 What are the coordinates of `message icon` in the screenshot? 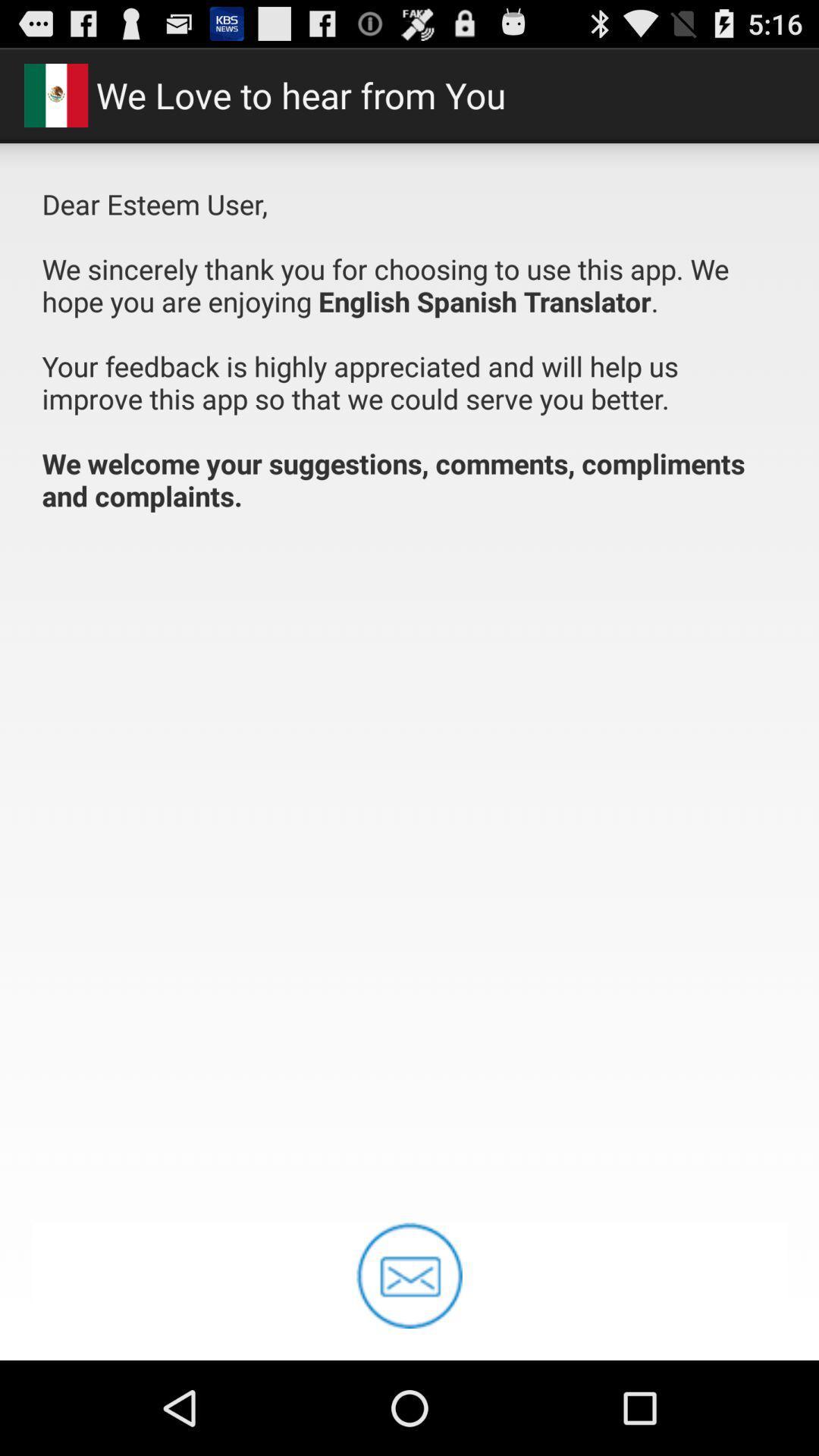 It's located at (409, 1275).